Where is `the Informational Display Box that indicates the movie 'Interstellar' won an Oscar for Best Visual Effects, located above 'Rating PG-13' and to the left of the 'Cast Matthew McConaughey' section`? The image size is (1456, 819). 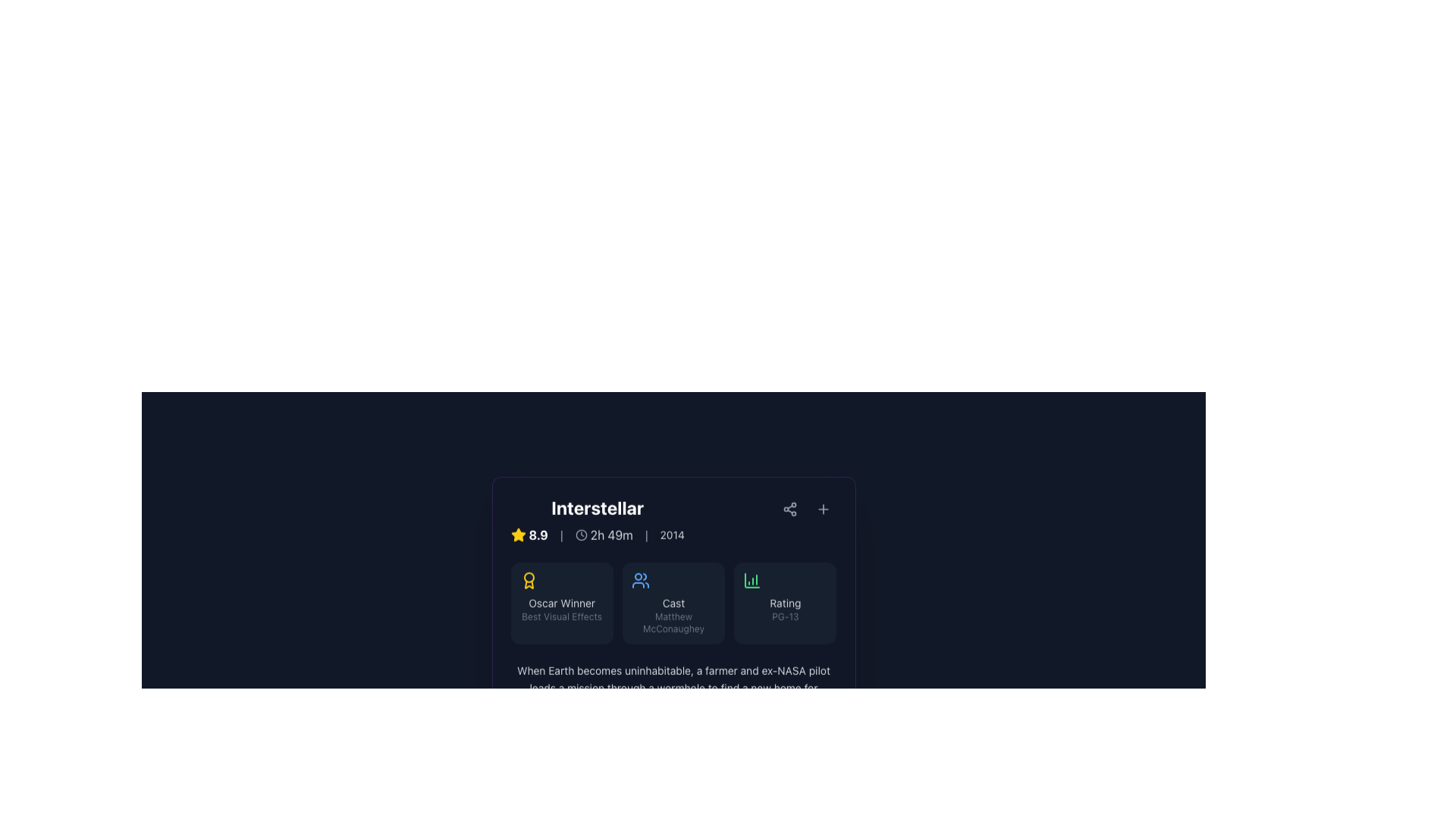 the Informational Display Box that indicates the movie 'Interstellar' won an Oscar for Best Visual Effects, located above 'Rating PG-13' and to the left of the 'Cast Matthew McConaughey' section is located at coordinates (561, 602).